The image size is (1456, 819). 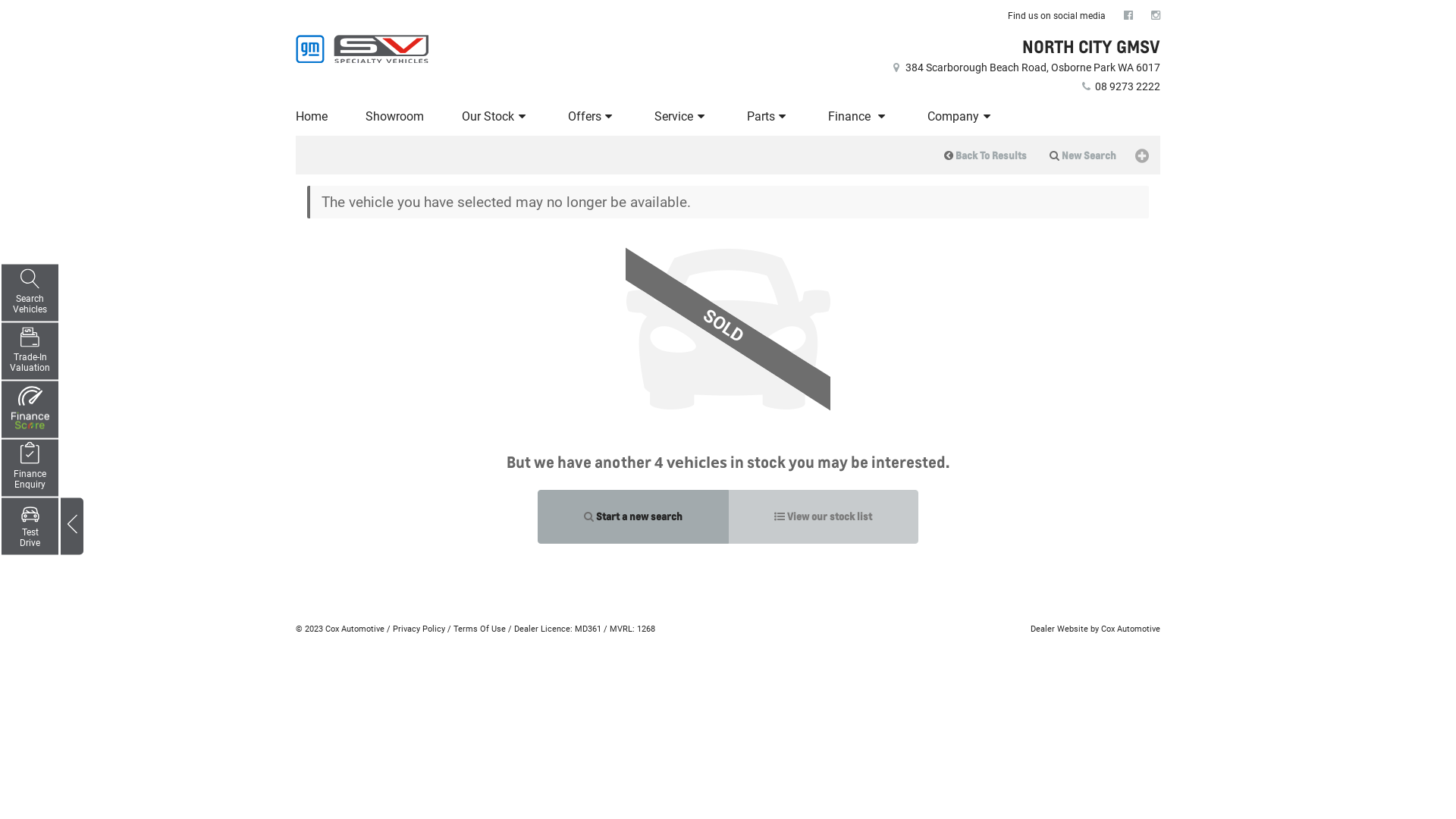 What do you see at coordinates (30, 467) in the screenshot?
I see `'Finance` at bounding box center [30, 467].